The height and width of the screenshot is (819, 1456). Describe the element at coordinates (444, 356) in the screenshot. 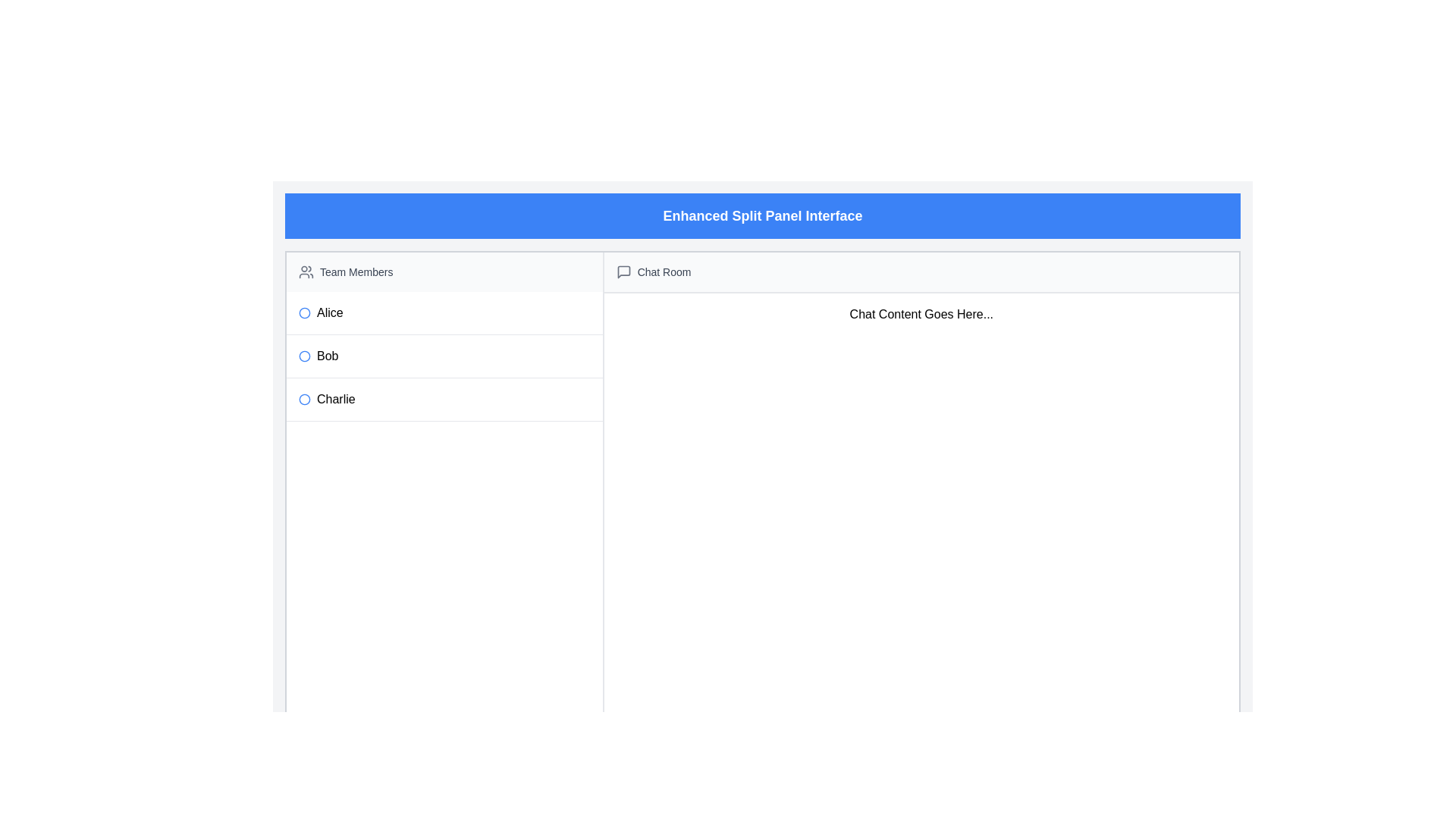

I see `the list item representing the user named 'Bob'` at that location.